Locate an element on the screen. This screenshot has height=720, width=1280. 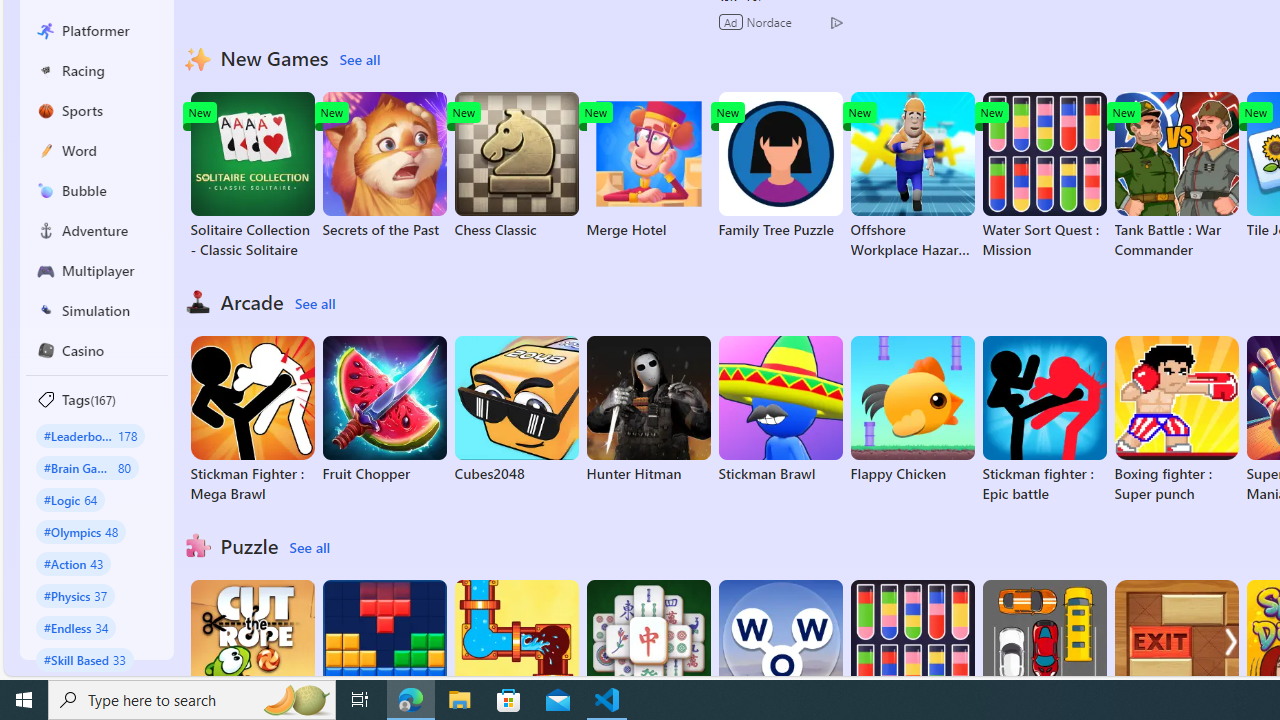
'Merge Hotel' is located at coordinates (648, 164).